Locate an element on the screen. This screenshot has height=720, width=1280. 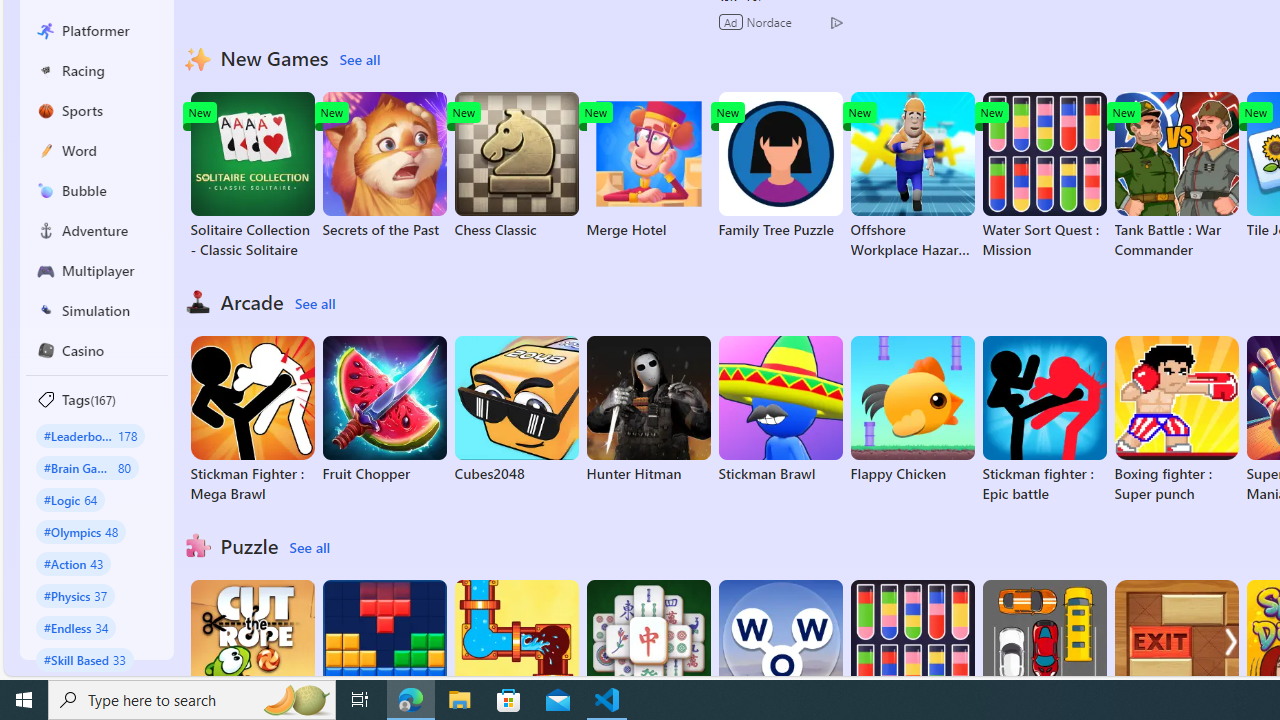
'Merge Hotel' is located at coordinates (648, 164).